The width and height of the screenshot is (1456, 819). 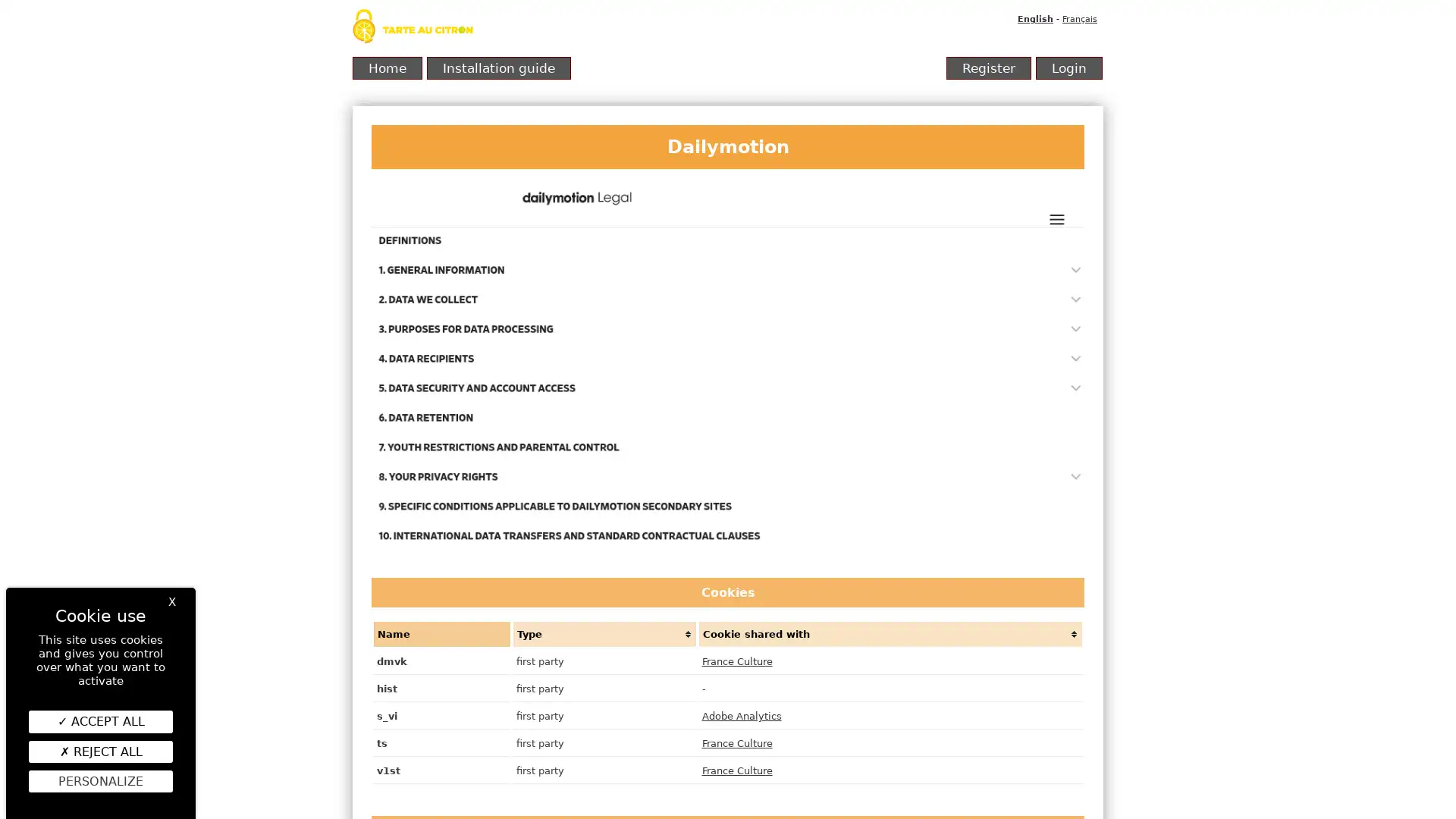 What do you see at coordinates (100, 720) in the screenshot?
I see `ACCEPT ALL` at bounding box center [100, 720].